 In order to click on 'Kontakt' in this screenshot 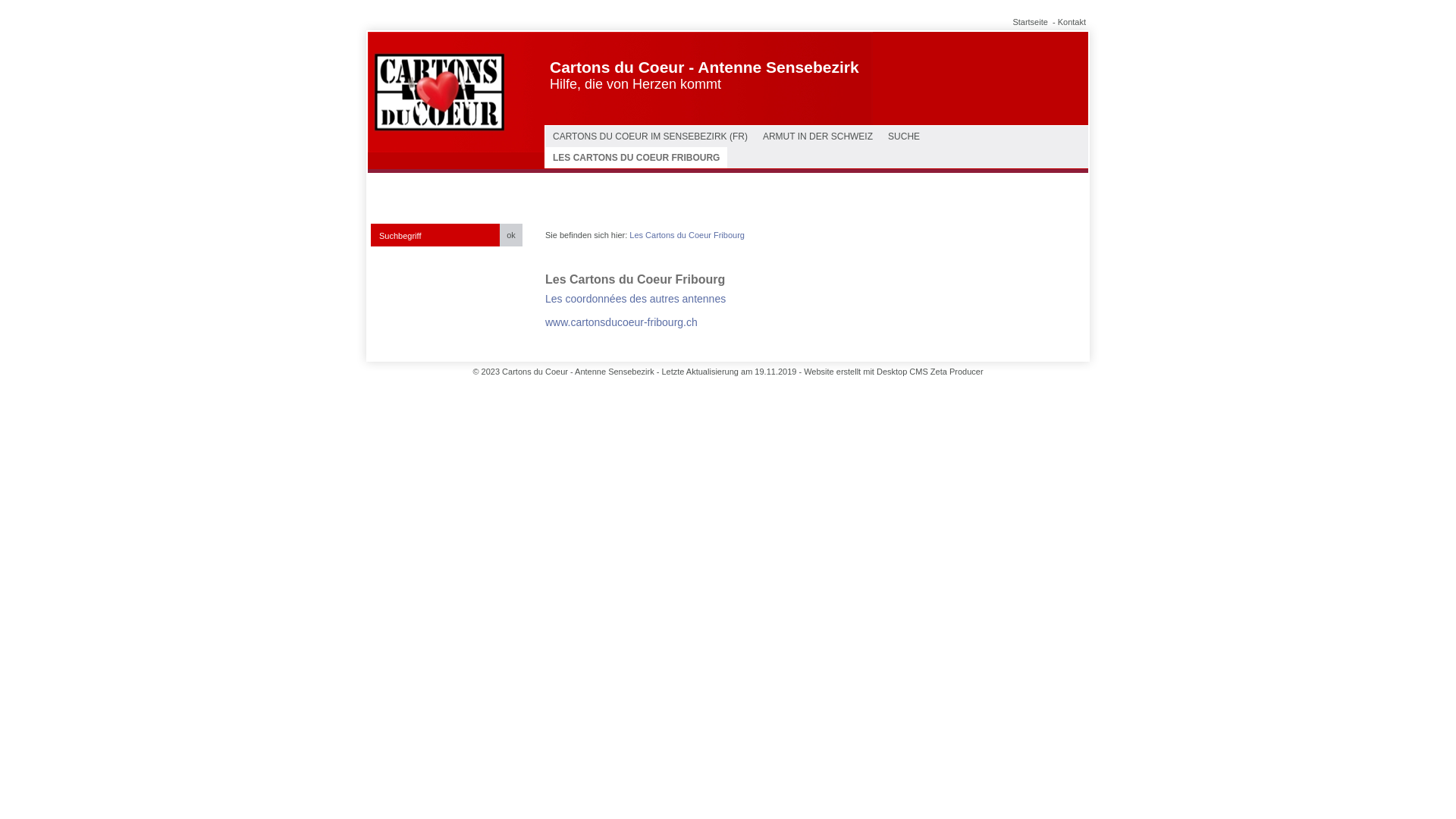, I will do `click(1071, 22)`.